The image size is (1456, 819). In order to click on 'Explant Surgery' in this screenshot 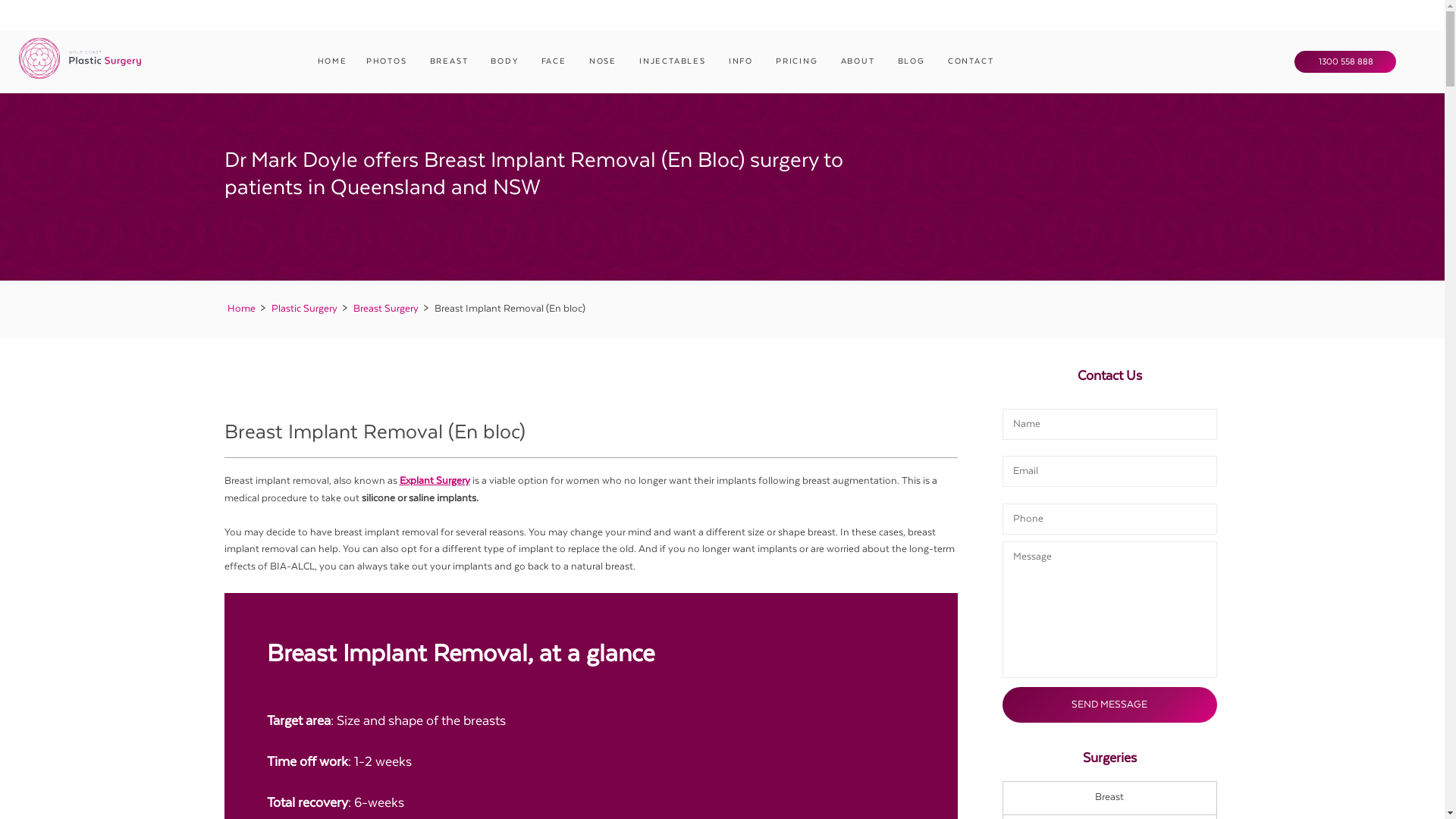, I will do `click(433, 481)`.